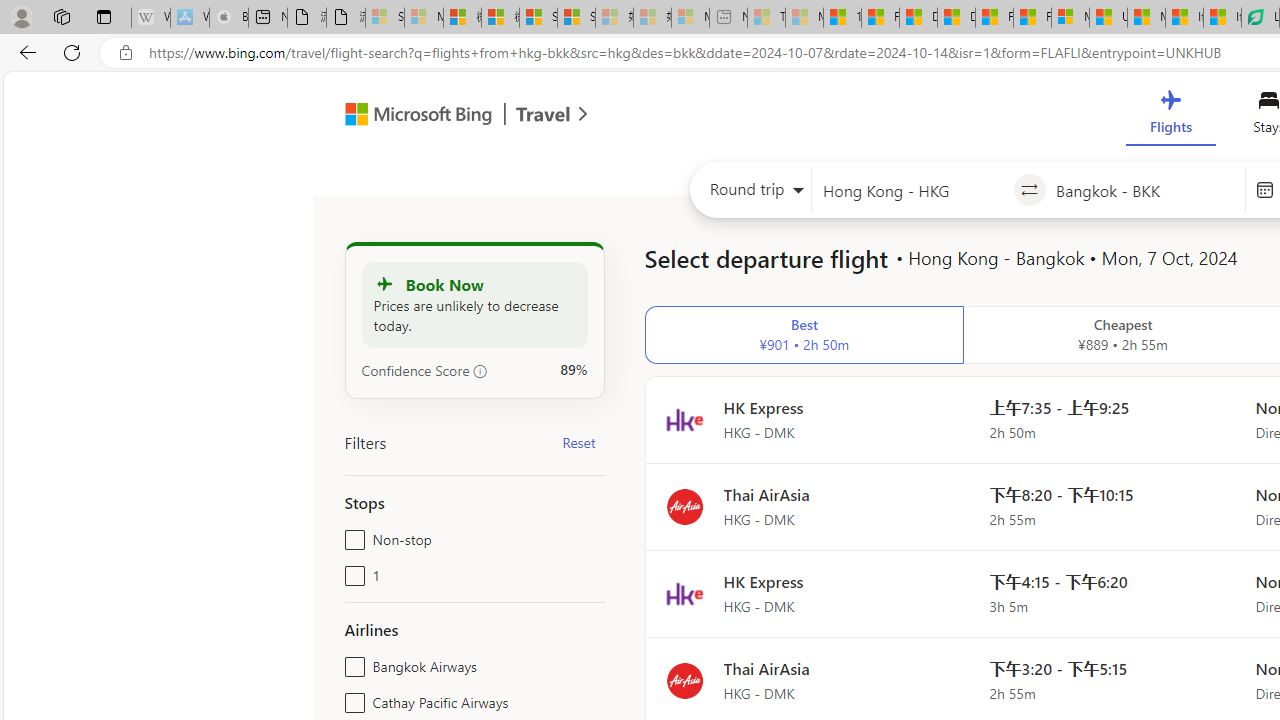 The image size is (1280, 720). Describe the element at coordinates (412, 114) in the screenshot. I see `'Class: msft-bing-logo msft-bing-logo-desktop'` at that location.